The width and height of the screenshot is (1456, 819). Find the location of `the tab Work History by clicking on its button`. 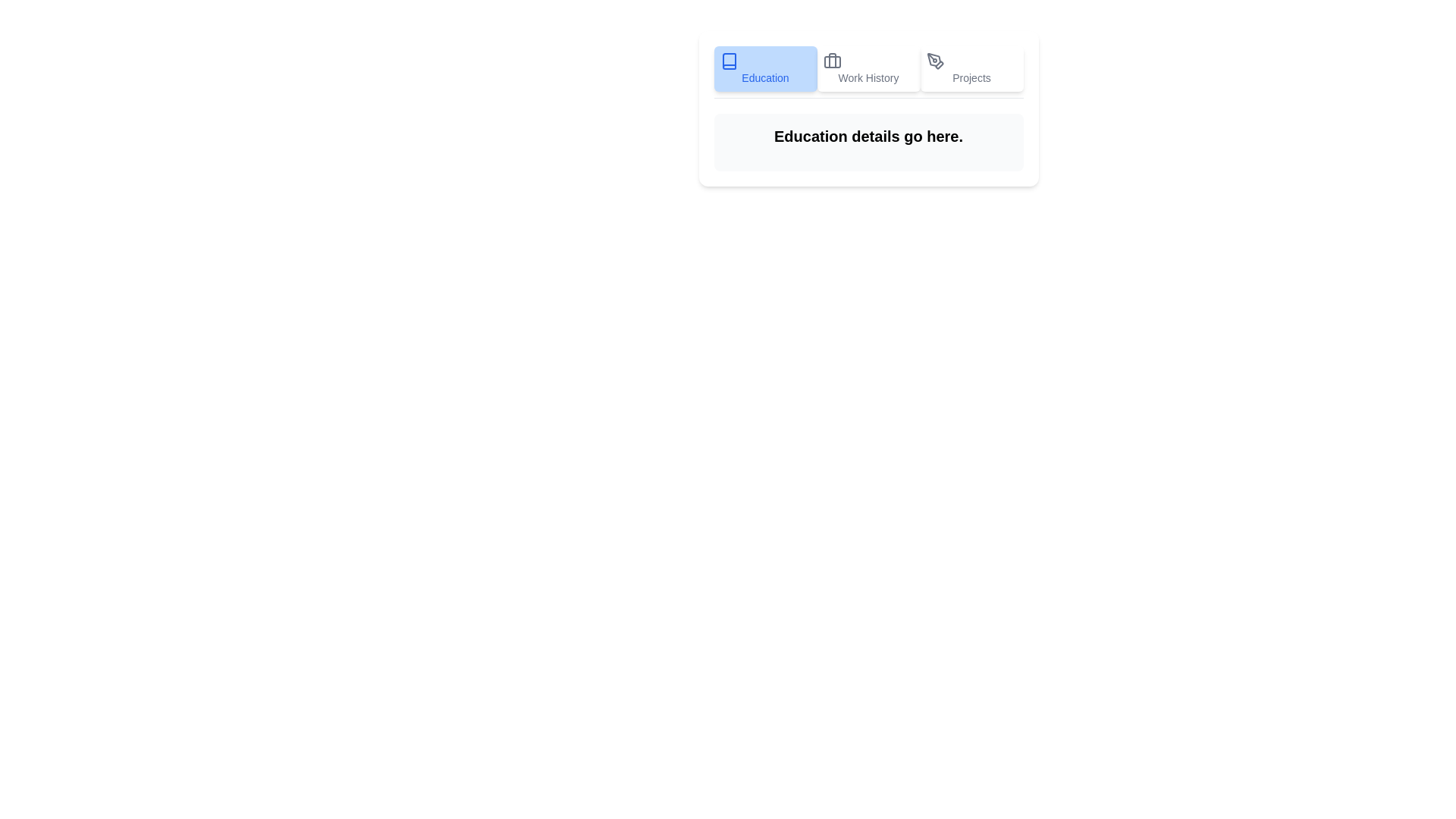

the tab Work History by clicking on its button is located at coordinates (868, 69).